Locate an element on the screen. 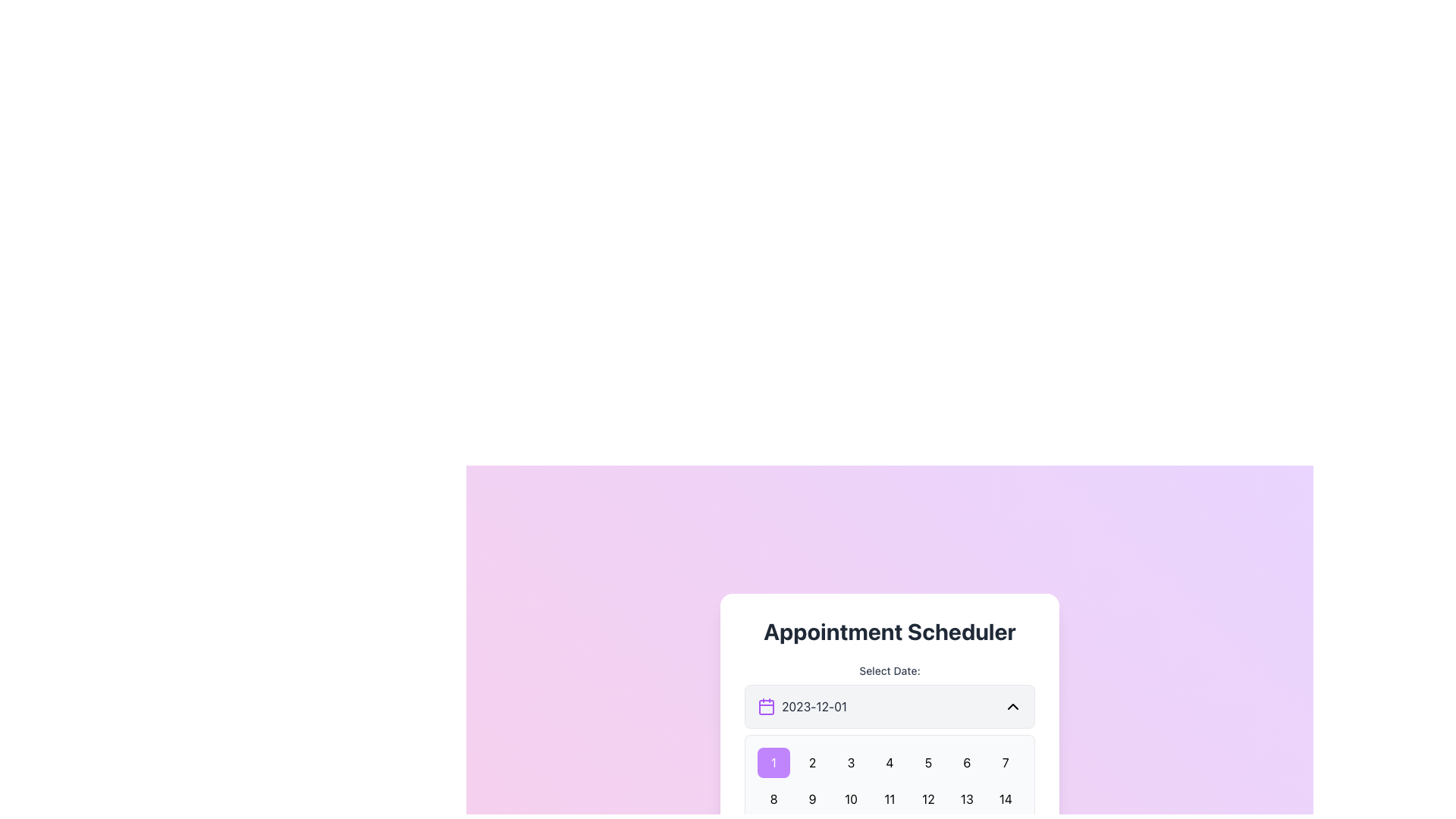 Image resolution: width=1456 pixels, height=819 pixels. the button displaying the number '11' in the fourth row and fourth column of the grid under 'Select Date' is located at coordinates (890, 799).